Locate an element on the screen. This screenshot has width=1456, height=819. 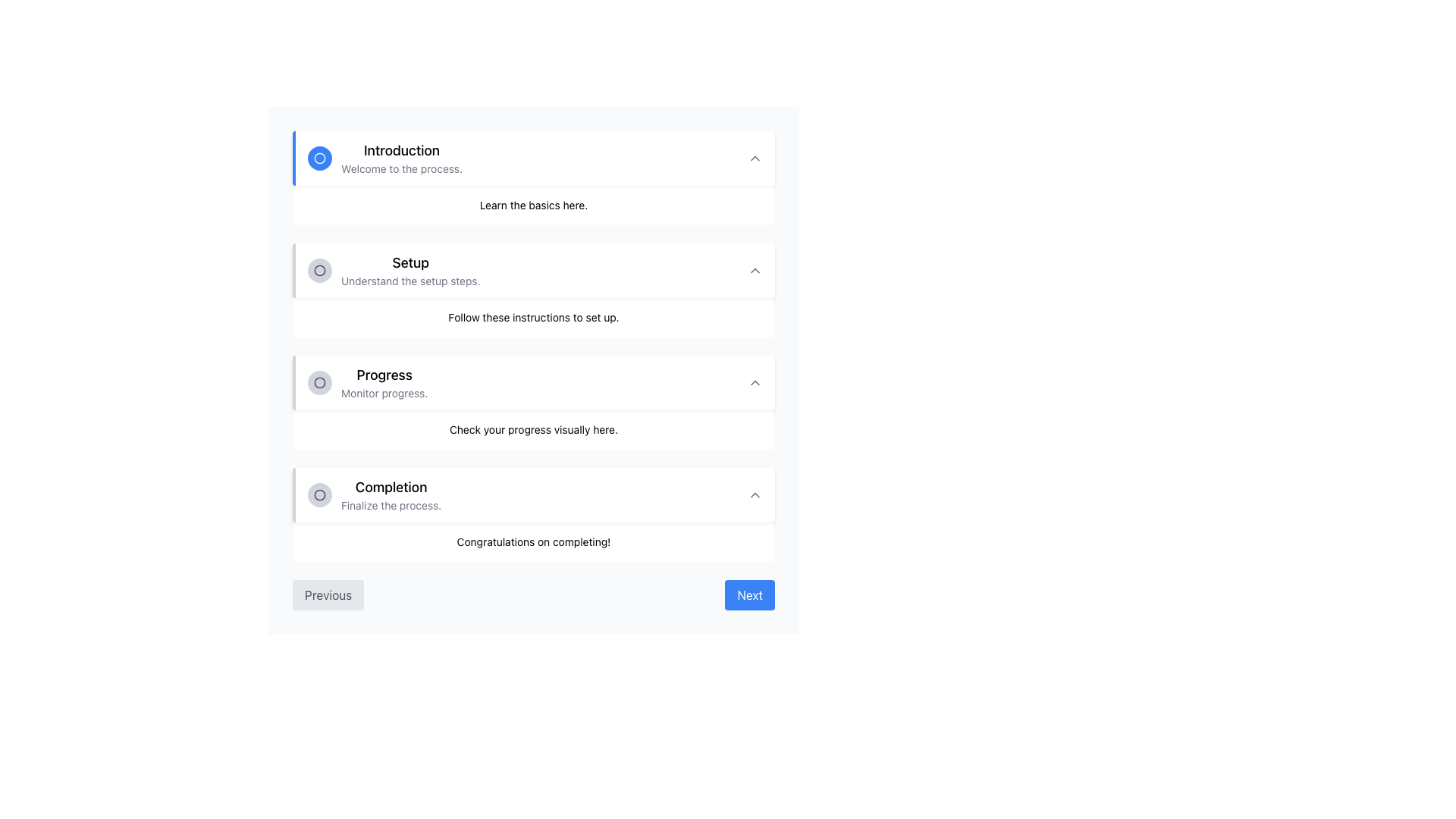
the 'Completion' text header, which is a bold label indicating the progress section of a multi-step process interface is located at coordinates (391, 488).